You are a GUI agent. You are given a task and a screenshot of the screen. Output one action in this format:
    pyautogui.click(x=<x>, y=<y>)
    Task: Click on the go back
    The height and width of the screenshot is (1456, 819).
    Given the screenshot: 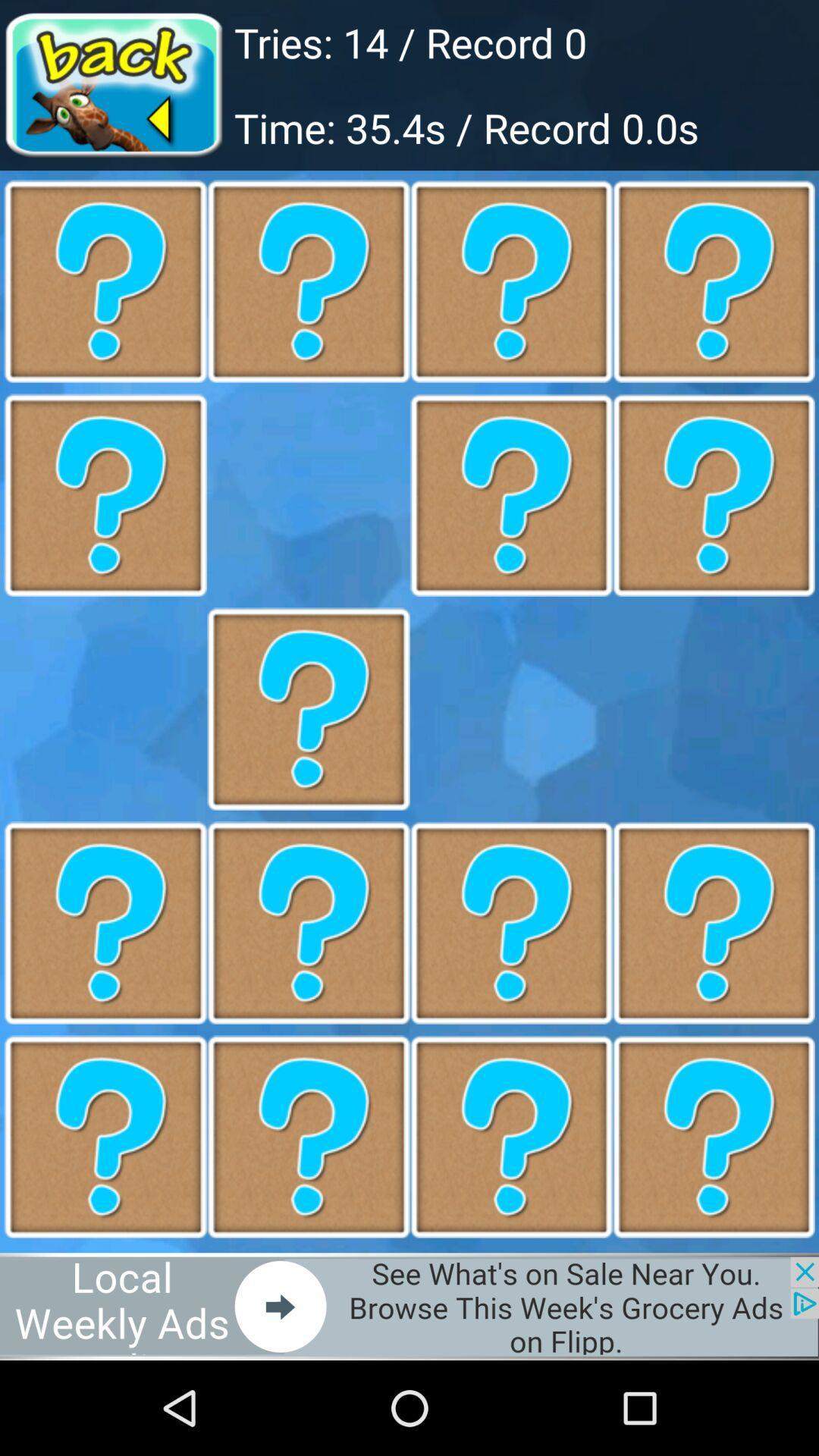 What is the action you would take?
    pyautogui.click(x=116, y=84)
    